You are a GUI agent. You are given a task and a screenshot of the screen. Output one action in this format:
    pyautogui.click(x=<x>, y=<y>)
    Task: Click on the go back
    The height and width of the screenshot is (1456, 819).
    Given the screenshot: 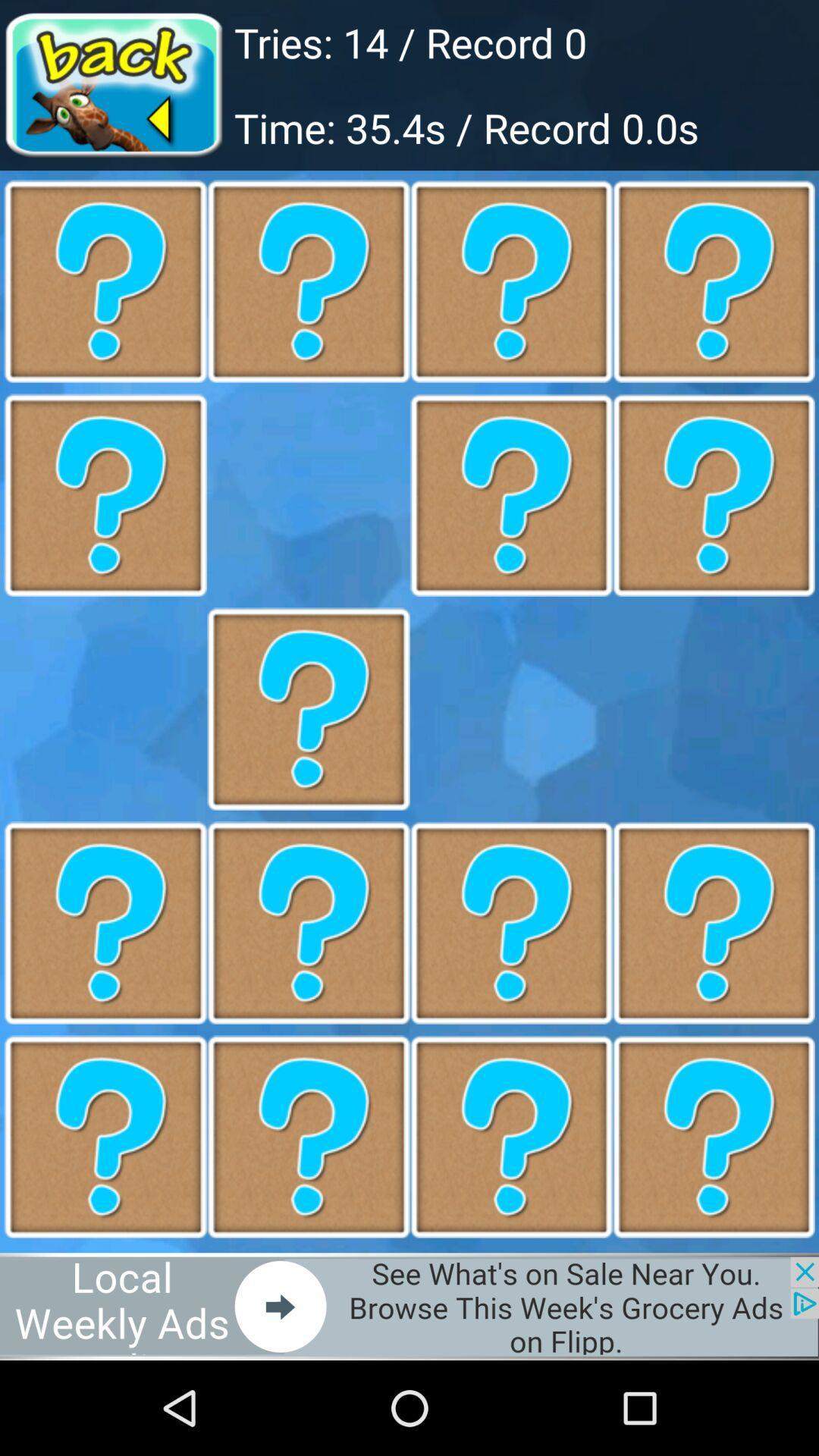 What is the action you would take?
    pyautogui.click(x=116, y=84)
    